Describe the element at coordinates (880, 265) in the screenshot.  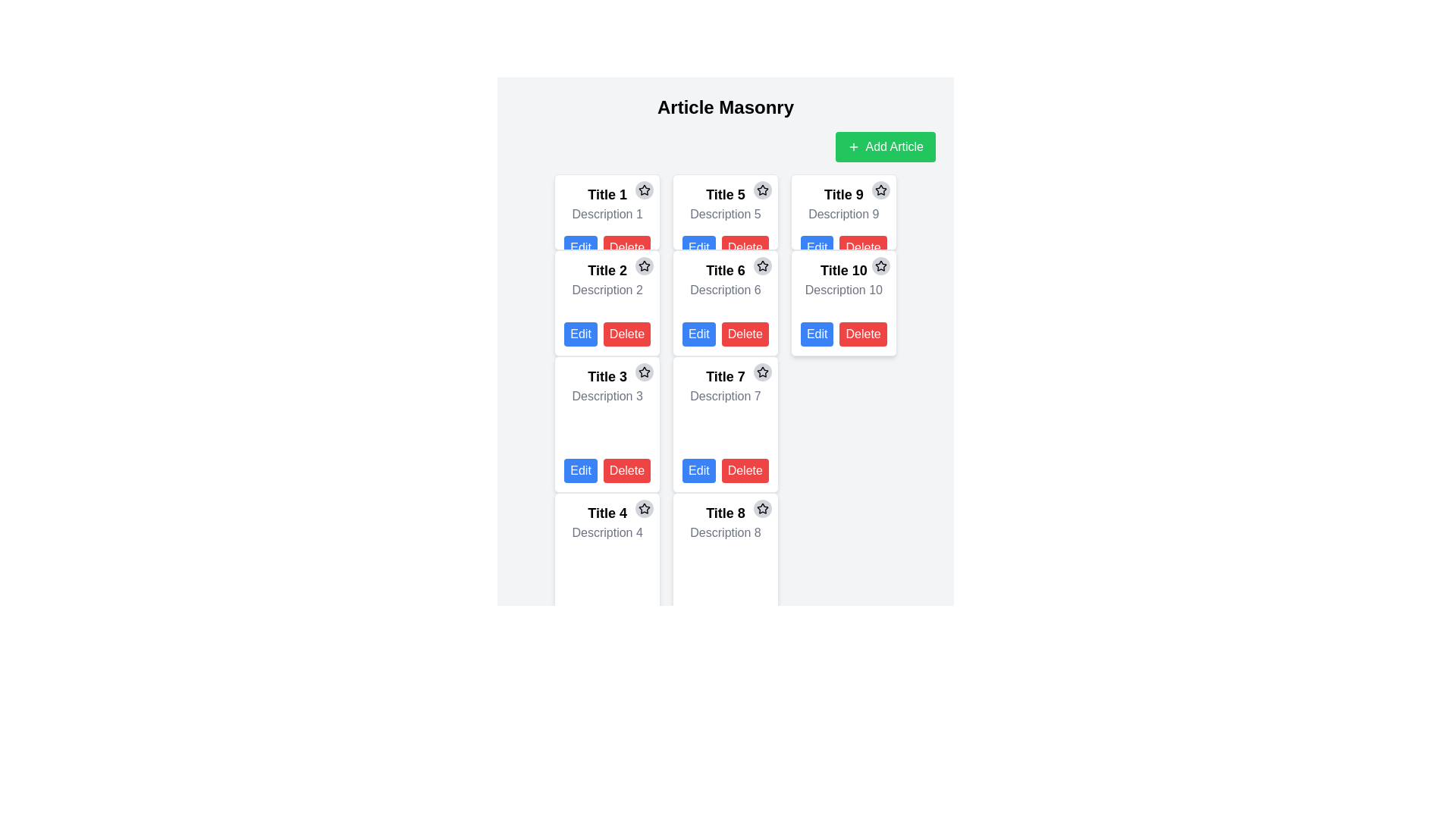
I see `the decorative or actionable icon located on the upper right side of the box labeled 'Title 10 Description 10'` at that location.